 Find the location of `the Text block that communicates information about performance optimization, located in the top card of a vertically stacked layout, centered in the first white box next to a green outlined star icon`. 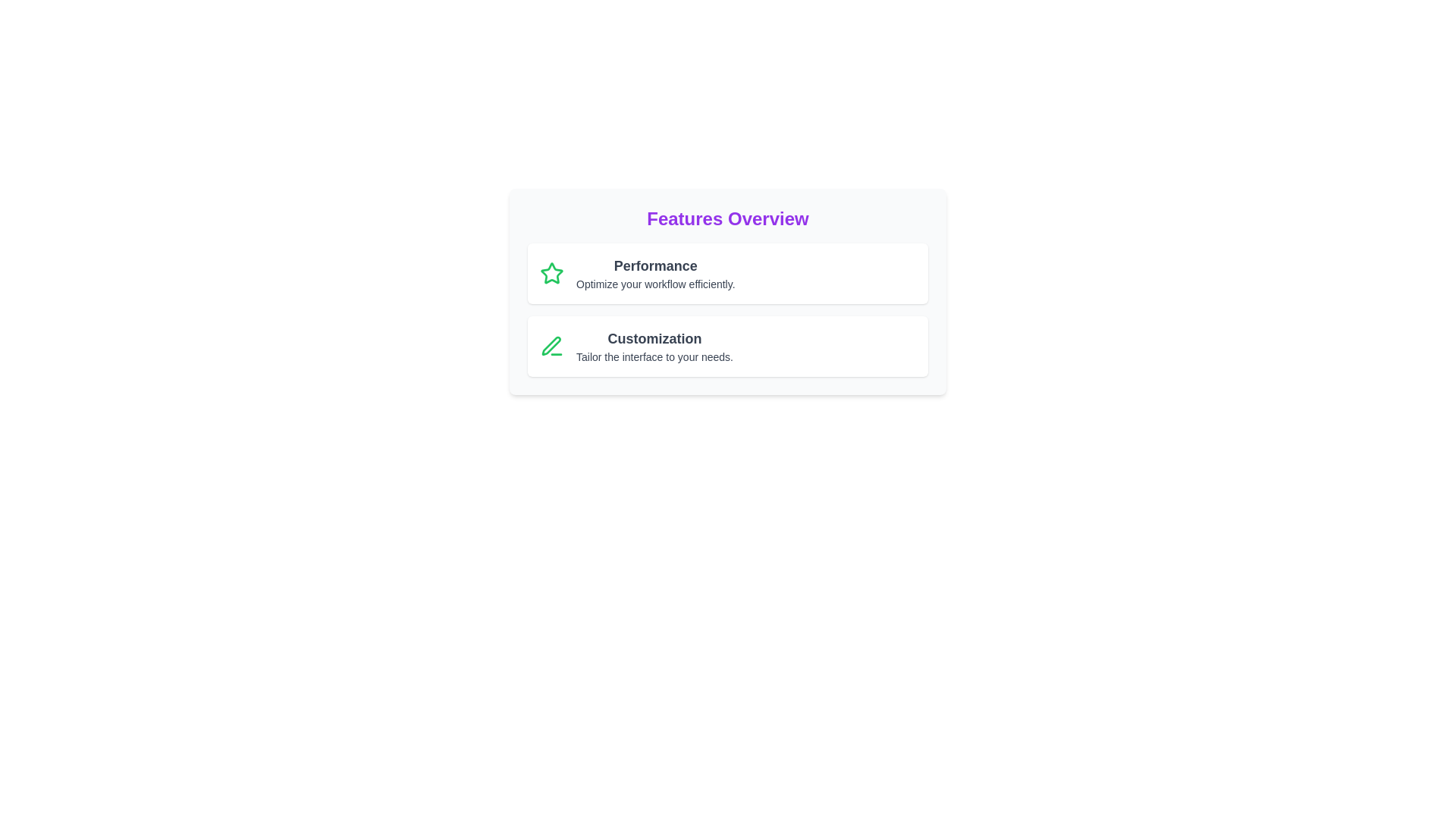

the Text block that communicates information about performance optimization, located in the top card of a vertically stacked layout, centered in the first white box next to a green outlined star icon is located at coordinates (655, 274).